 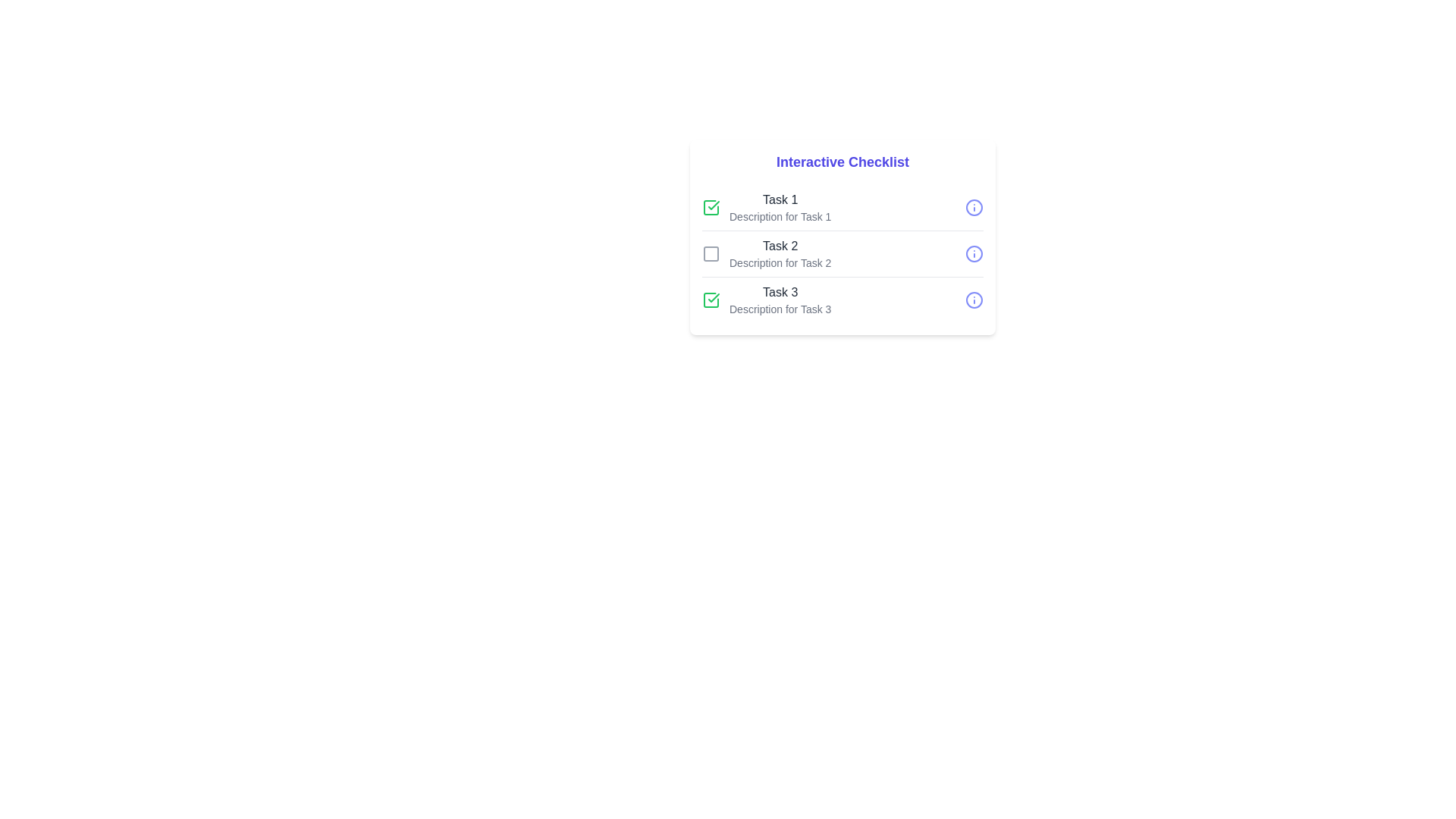 I want to click on the checkbox button for Task 2 to toggle its state, so click(x=710, y=253).